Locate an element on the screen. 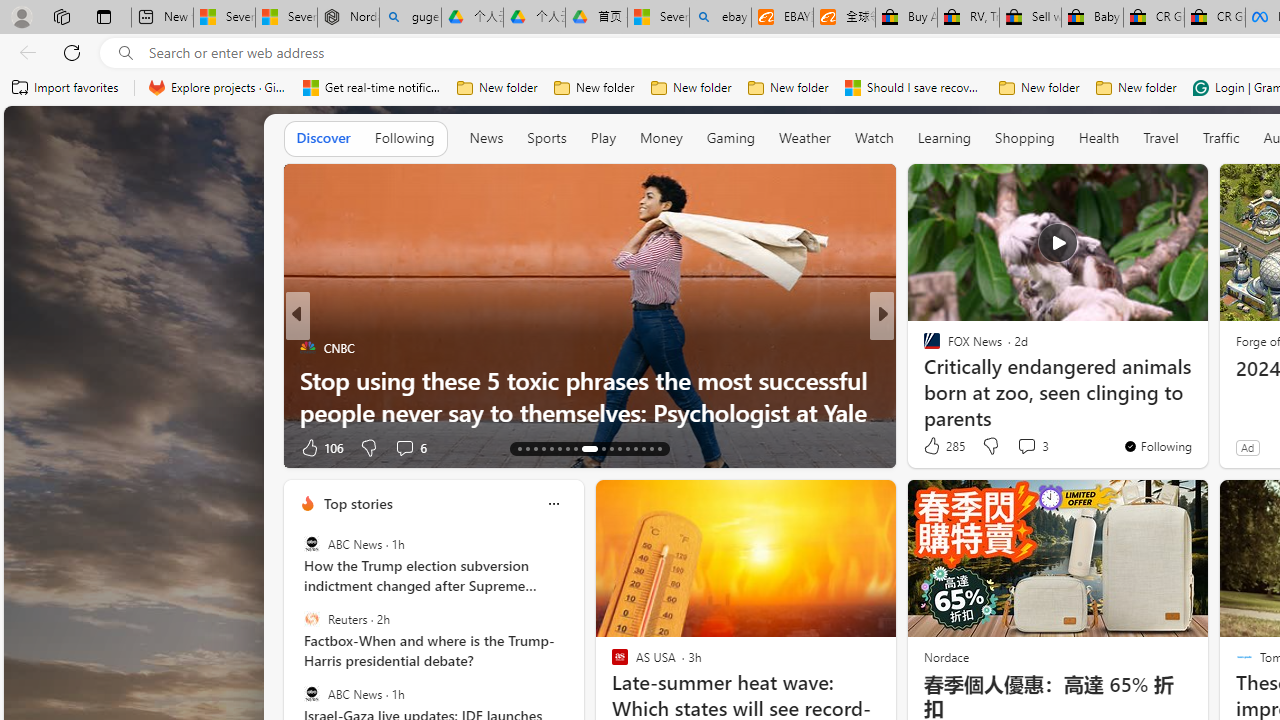  'AutomationID: tab-21' is located at coordinates (582, 447).